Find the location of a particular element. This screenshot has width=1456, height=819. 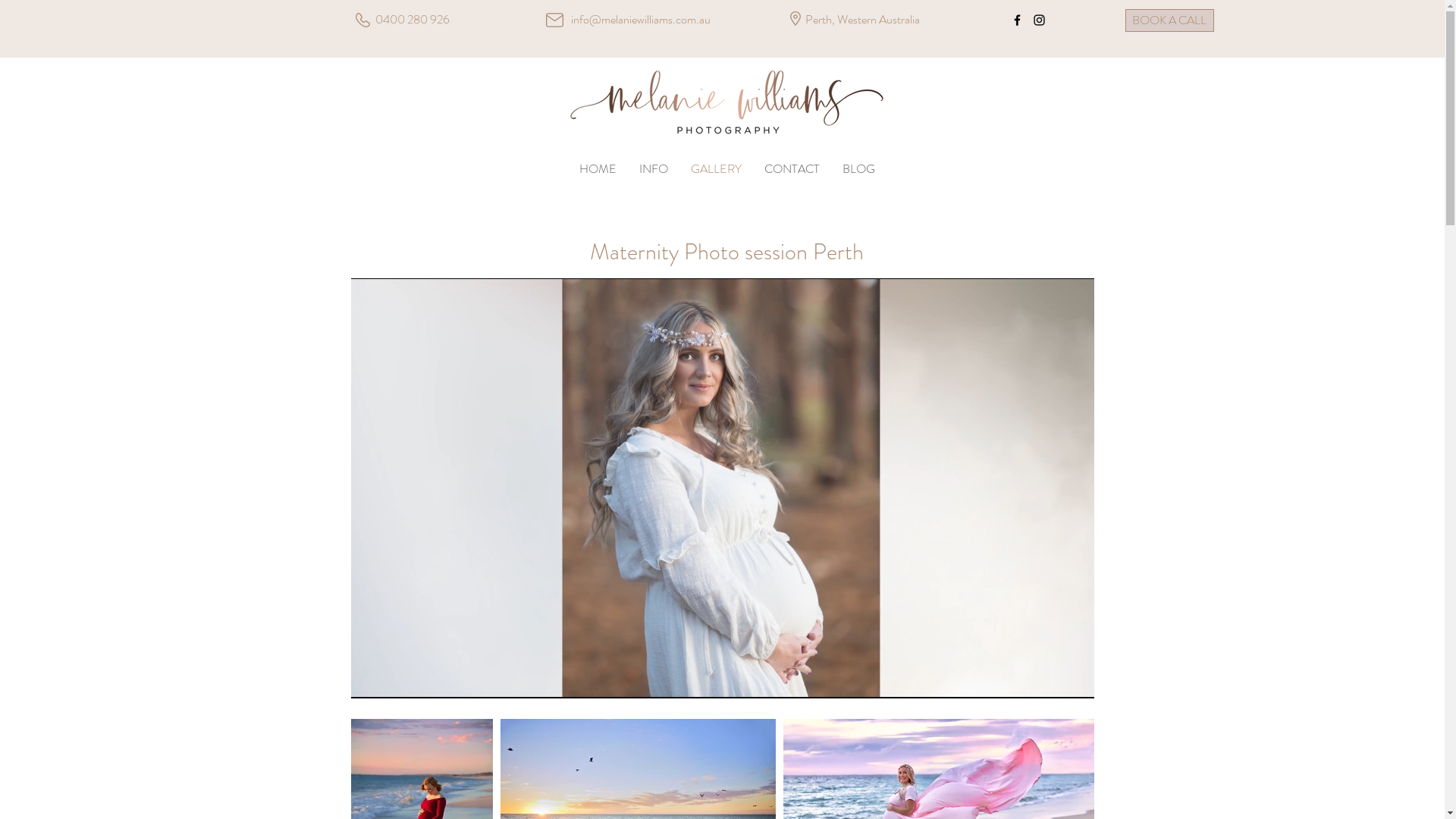

'GALLERY' is located at coordinates (679, 169).